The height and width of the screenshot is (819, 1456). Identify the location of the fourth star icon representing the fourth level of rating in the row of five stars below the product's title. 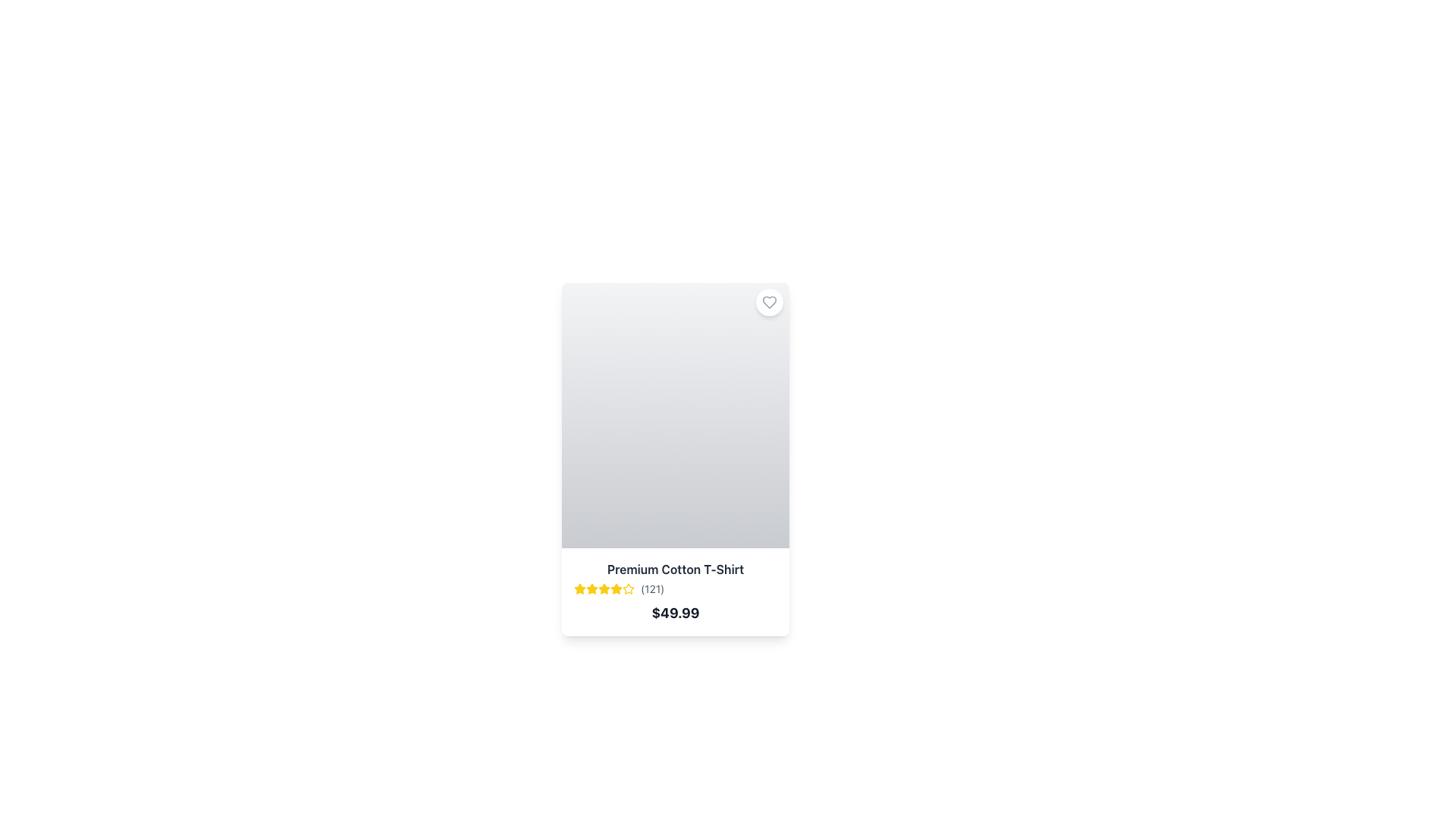
(603, 588).